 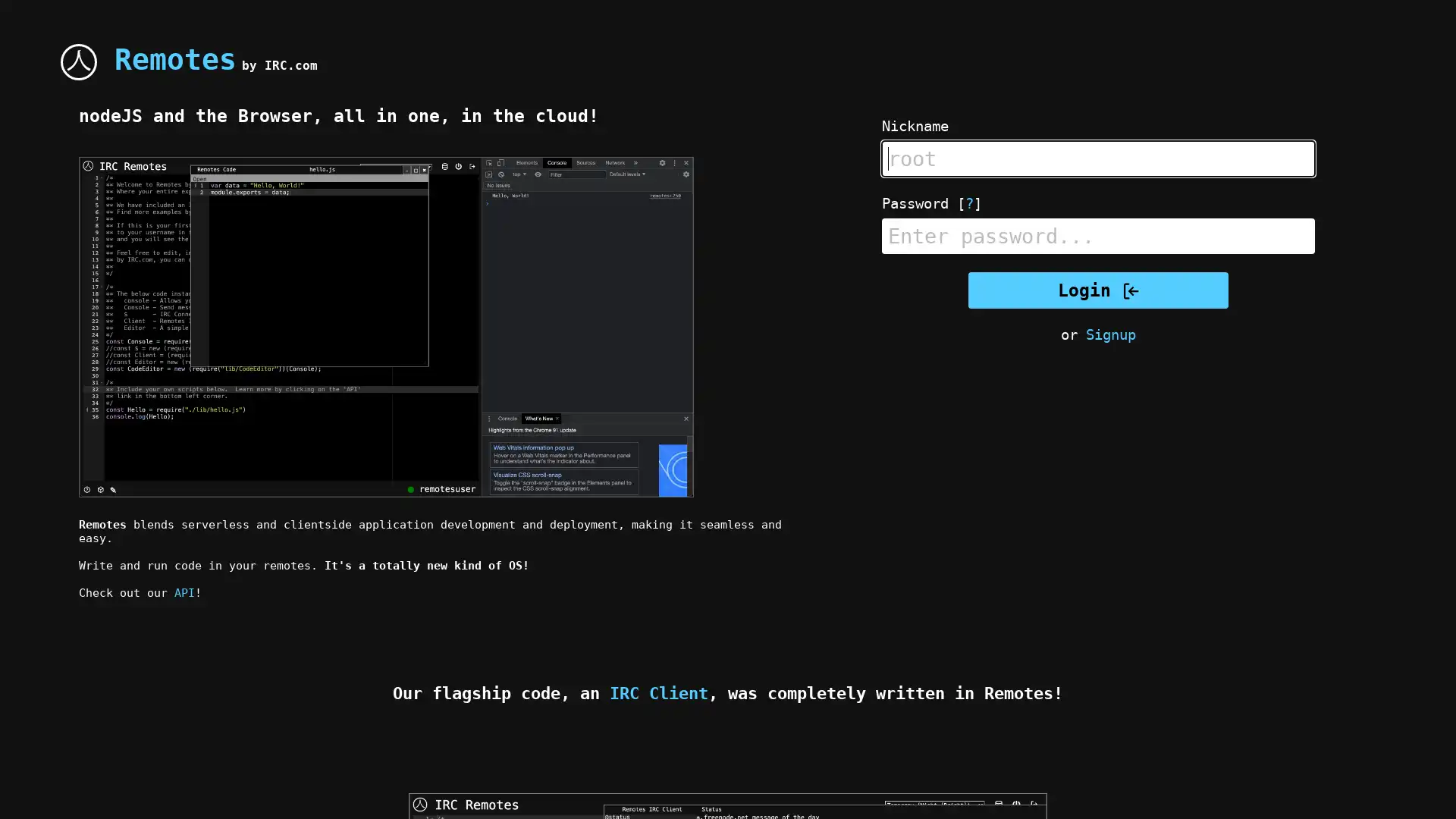 What do you see at coordinates (1098, 290) in the screenshot?
I see `Login` at bounding box center [1098, 290].